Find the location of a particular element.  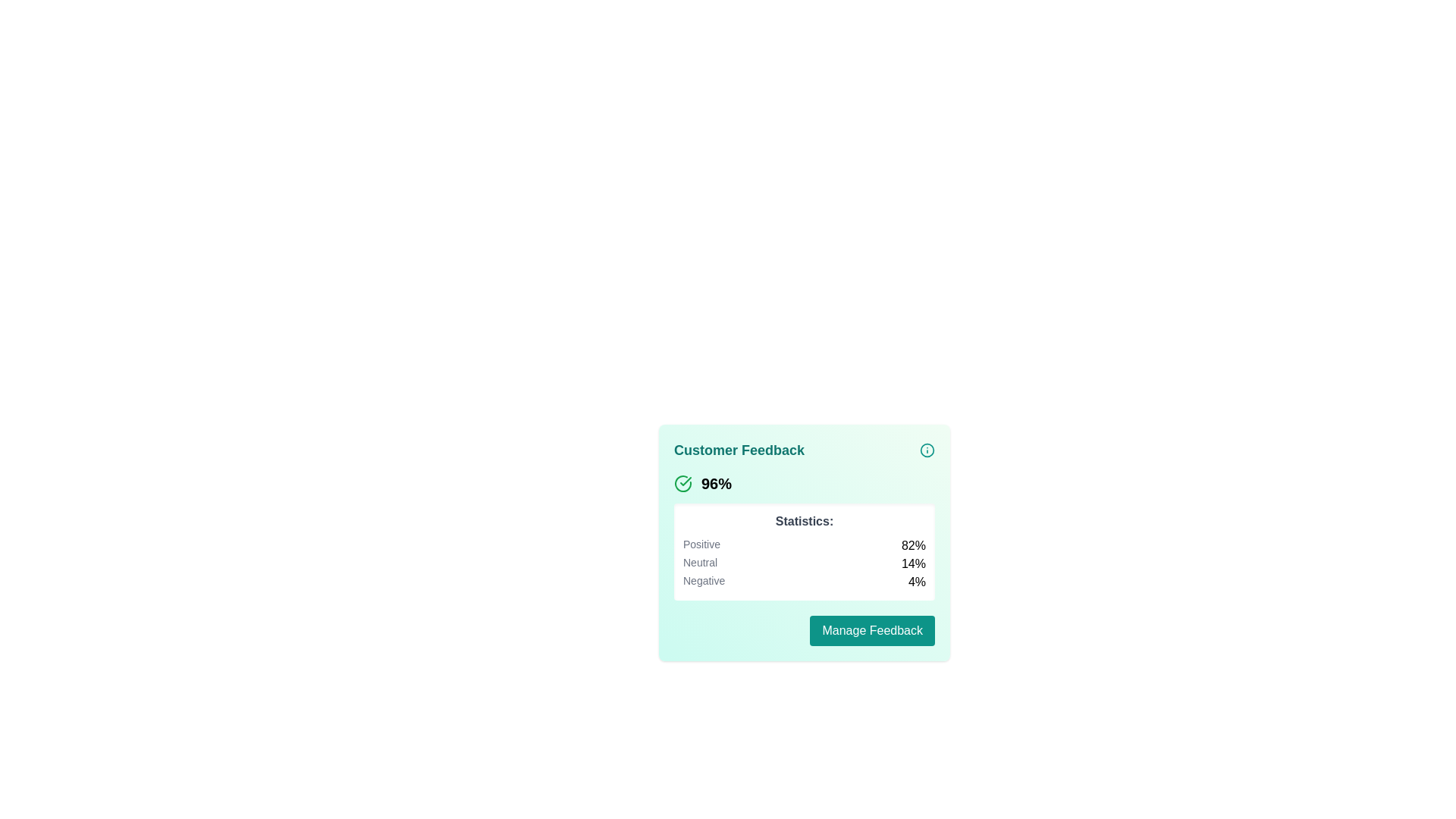

the small-sized text label displaying the word 'Negative' in gray-colored font, which is part of a flexbox layout next to the percentage value '4%' is located at coordinates (703, 581).